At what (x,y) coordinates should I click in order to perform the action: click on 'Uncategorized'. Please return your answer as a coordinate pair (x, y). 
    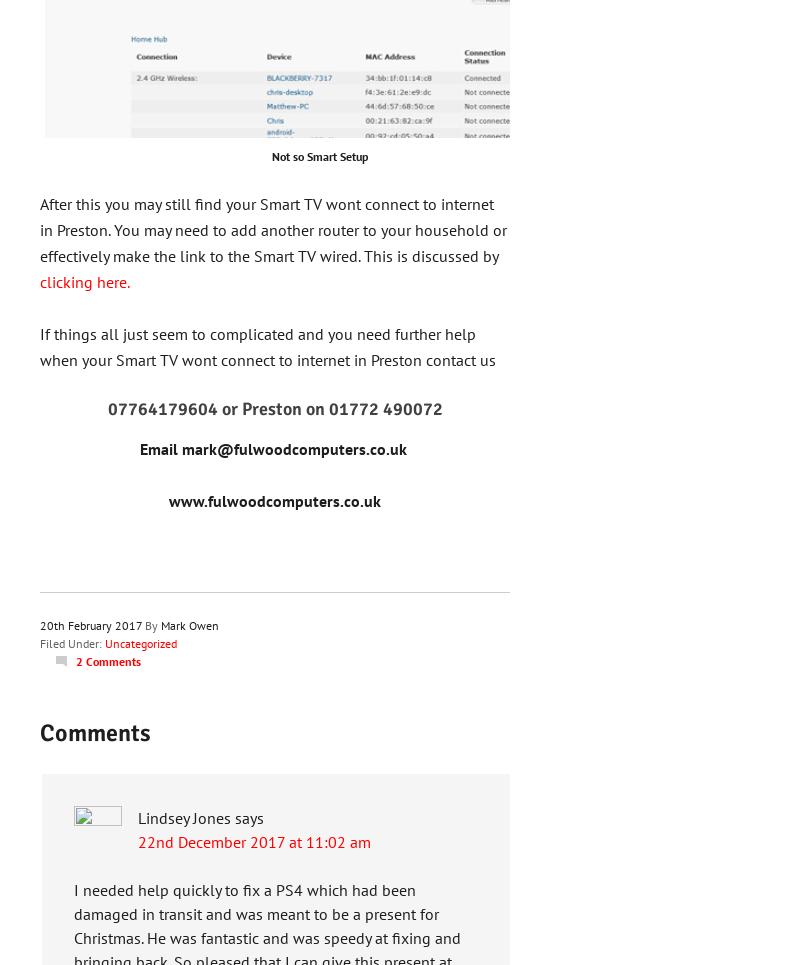
    Looking at the image, I should click on (141, 643).